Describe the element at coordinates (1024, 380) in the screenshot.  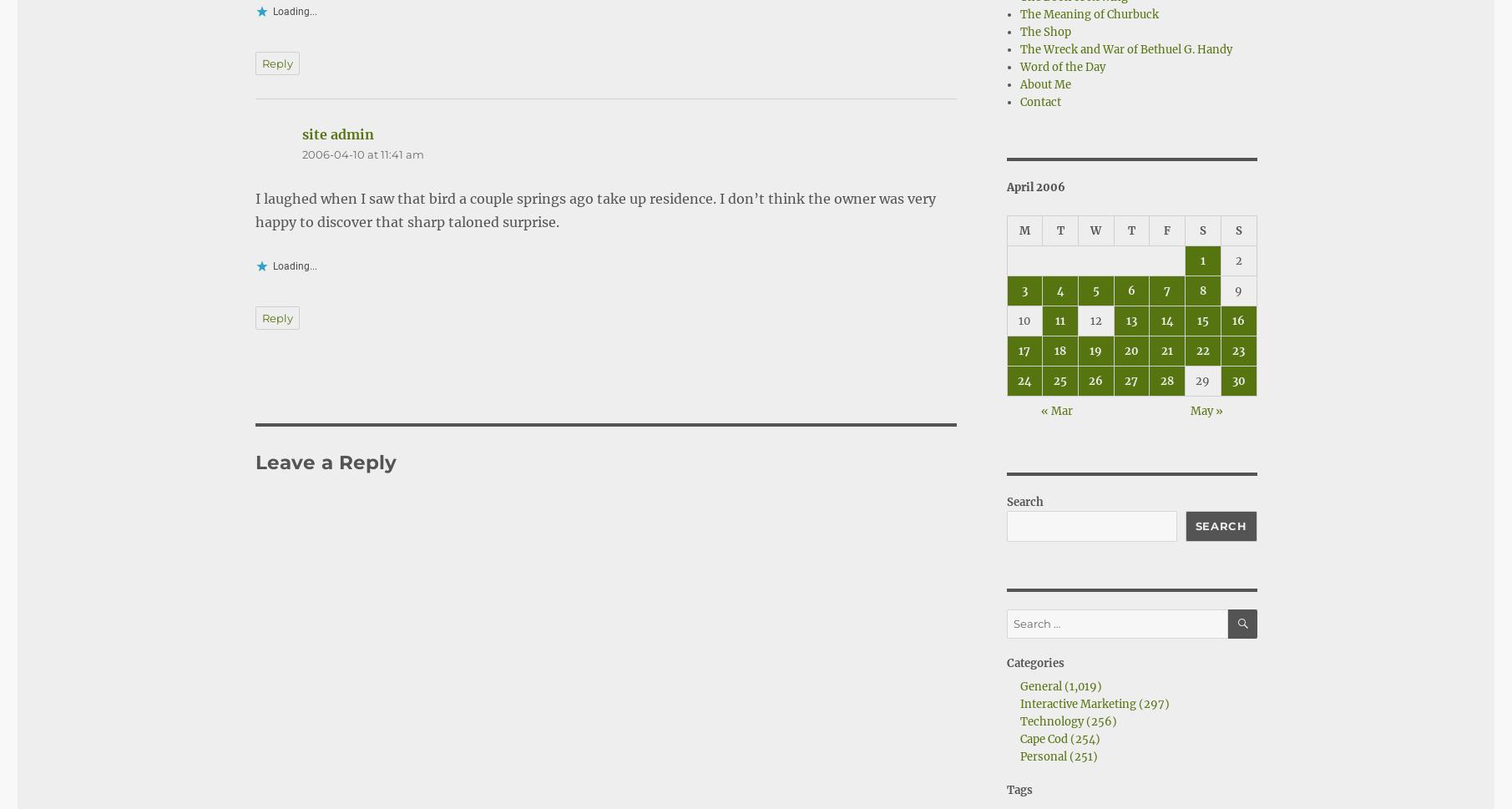
I see `'24'` at that location.